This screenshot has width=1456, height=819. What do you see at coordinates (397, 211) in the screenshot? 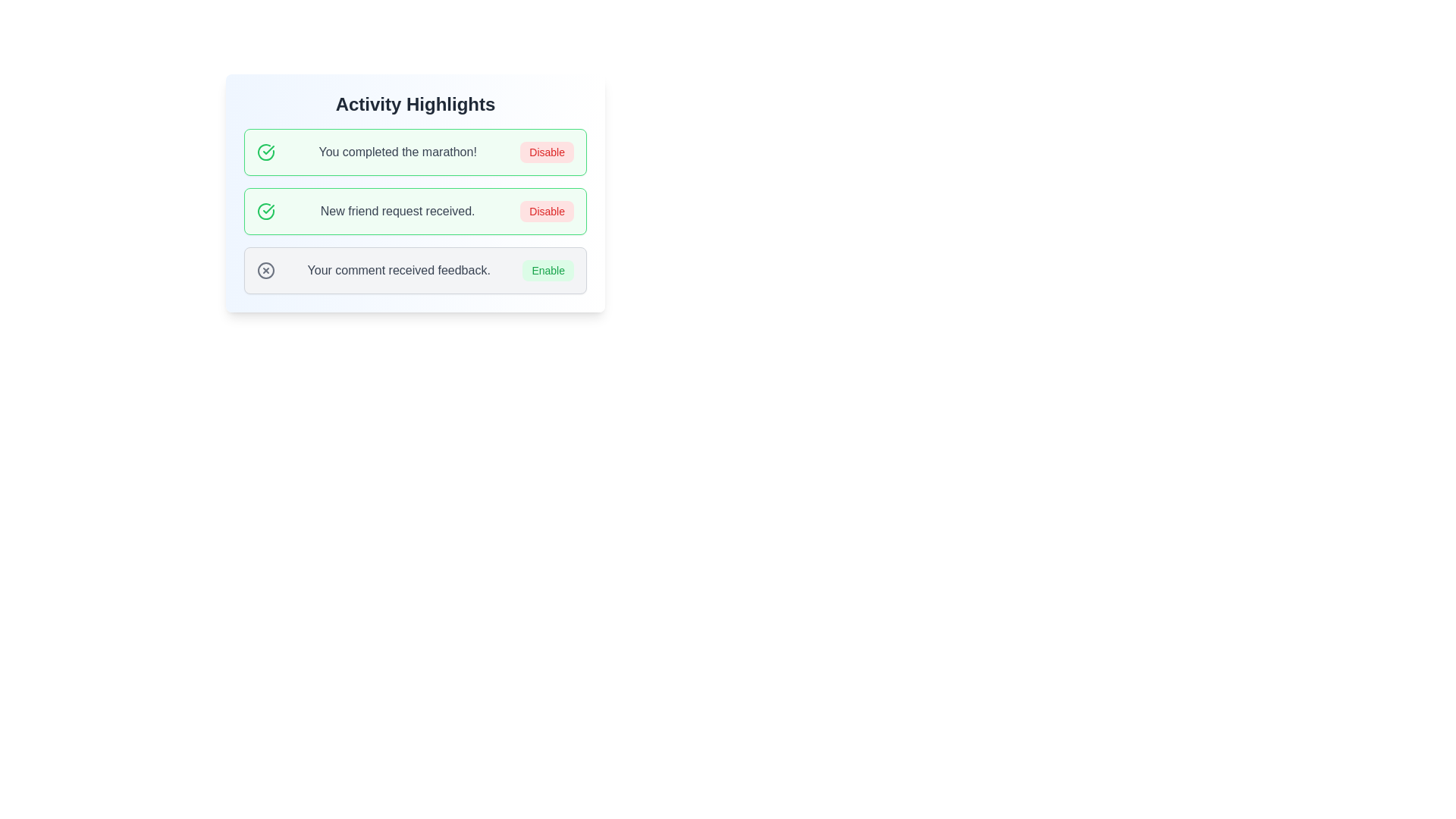
I see `the informational feedback text label notifying about a new friend request, located in the second notification box within the 'Activity Highlights' section, horizontally centered and to the left of the 'Disable' button` at bounding box center [397, 211].